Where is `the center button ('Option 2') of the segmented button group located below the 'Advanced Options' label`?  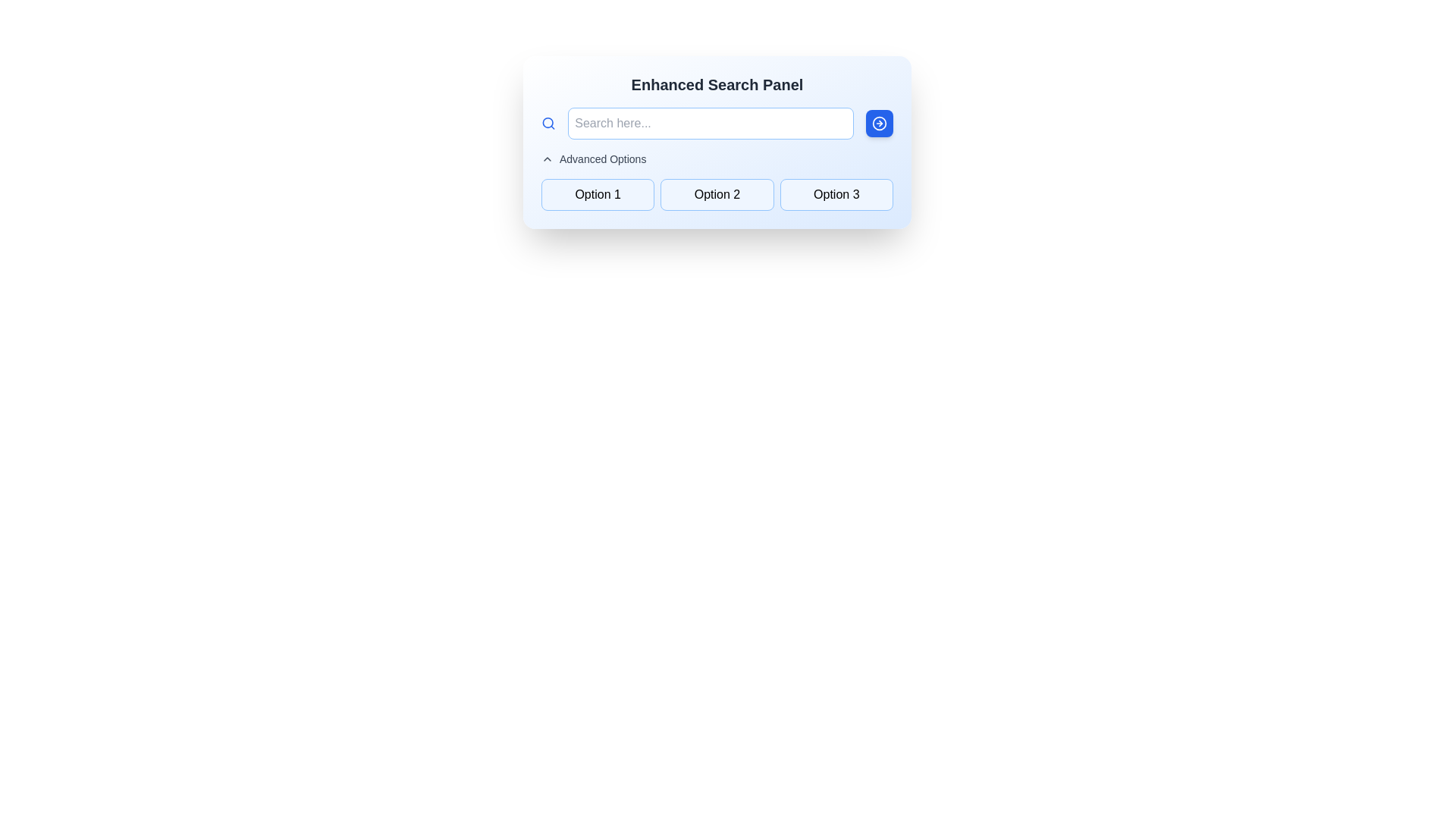 the center button ('Option 2') of the segmented button group located below the 'Advanced Options' label is located at coordinates (716, 194).